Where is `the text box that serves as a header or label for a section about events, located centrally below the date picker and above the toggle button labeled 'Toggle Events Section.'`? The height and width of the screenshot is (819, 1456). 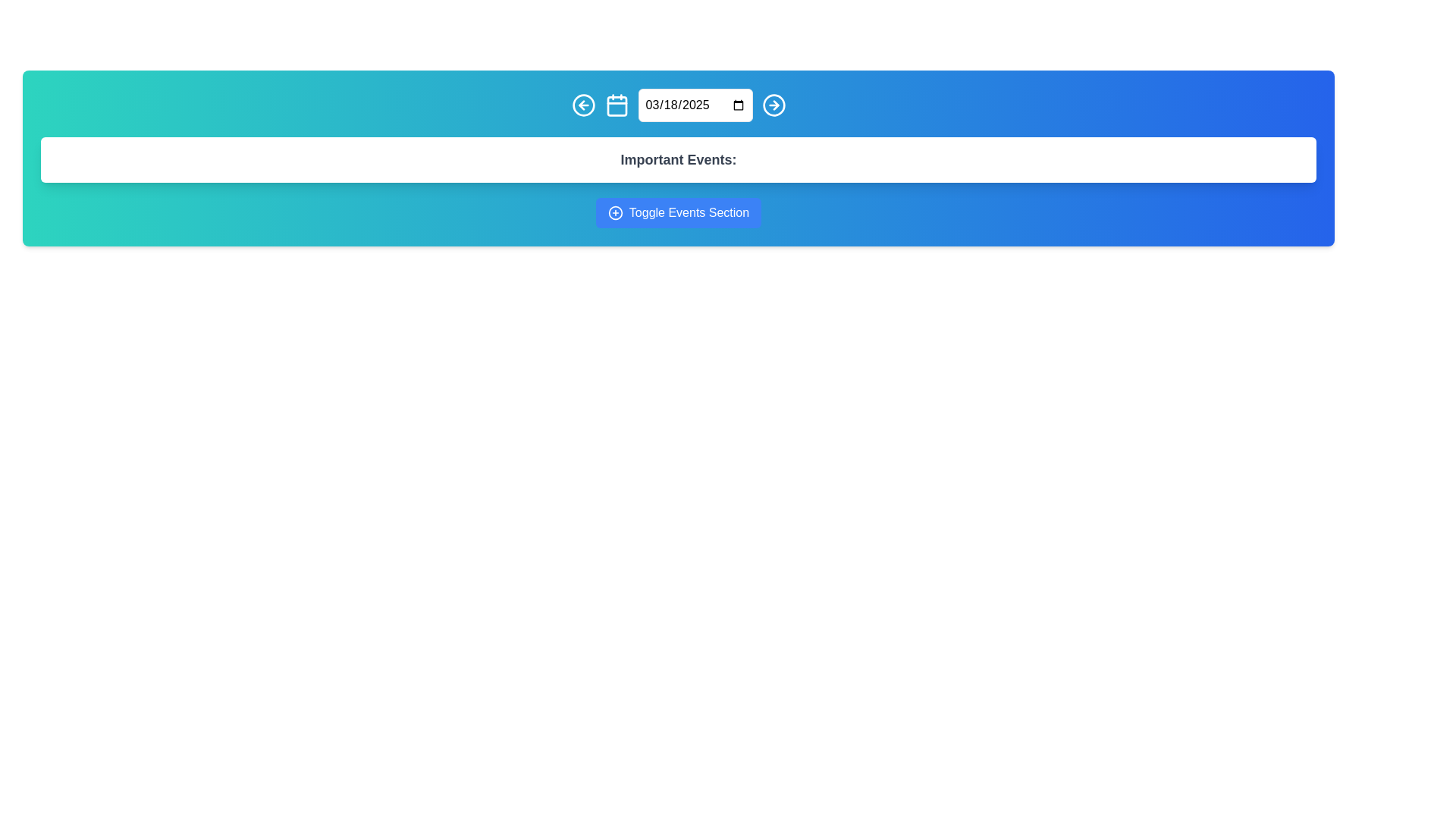 the text box that serves as a header or label for a section about events, located centrally below the date picker and above the toggle button labeled 'Toggle Events Section.' is located at coordinates (677, 160).